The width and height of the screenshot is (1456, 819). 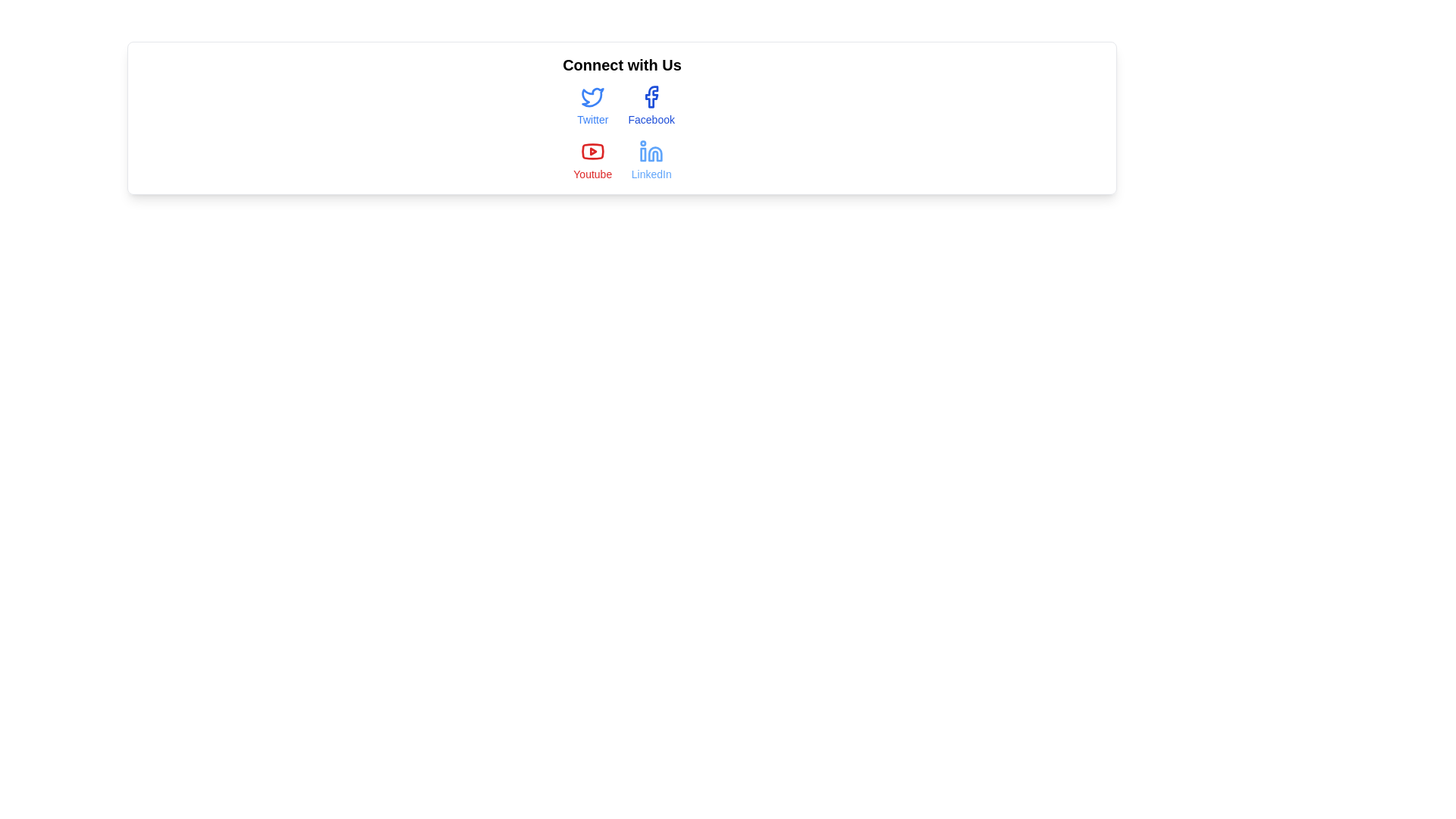 What do you see at coordinates (651, 96) in the screenshot?
I see `the Facebook icon located` at bounding box center [651, 96].